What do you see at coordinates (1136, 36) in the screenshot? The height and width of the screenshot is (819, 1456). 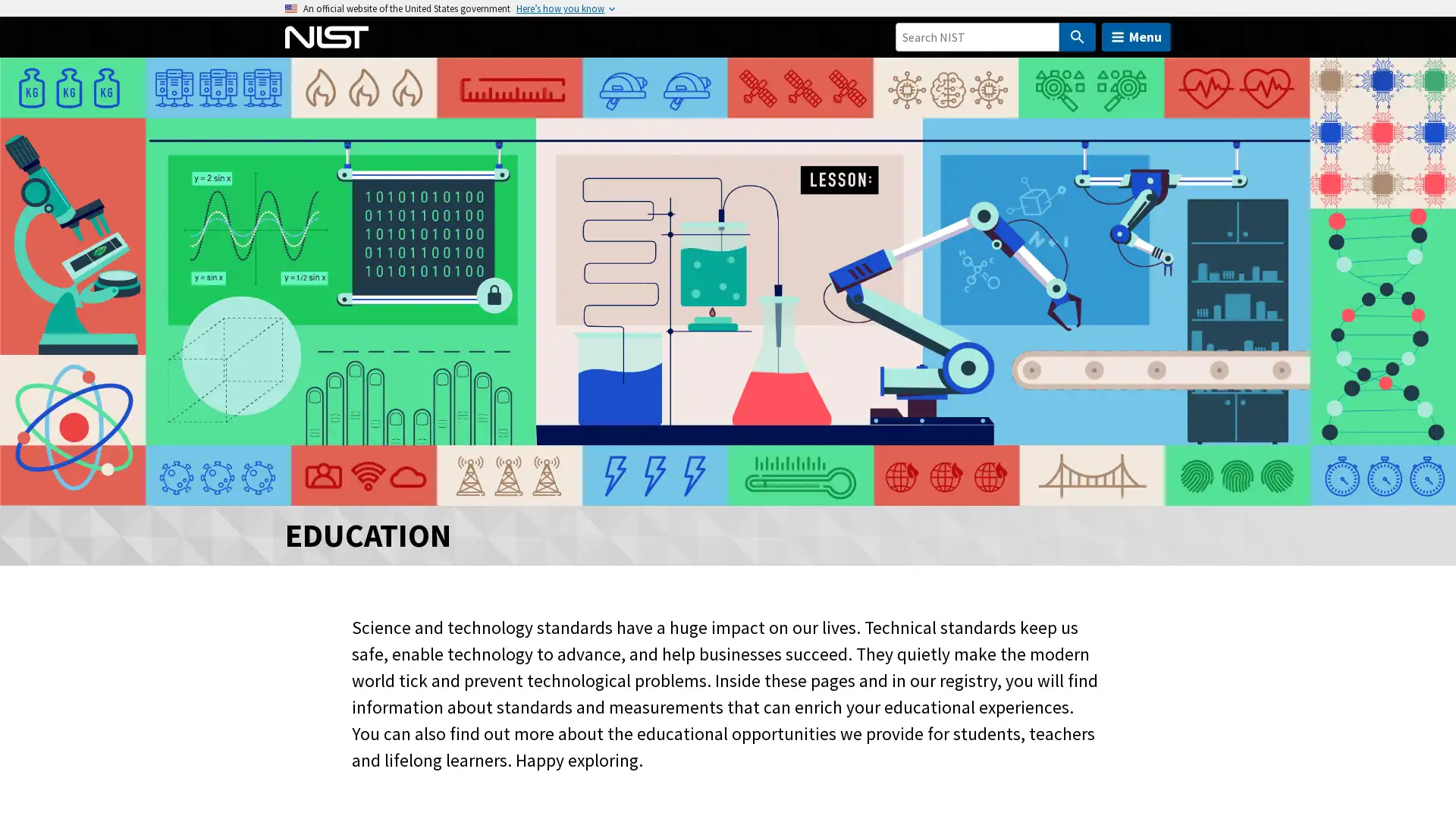 I see `Menu` at bounding box center [1136, 36].